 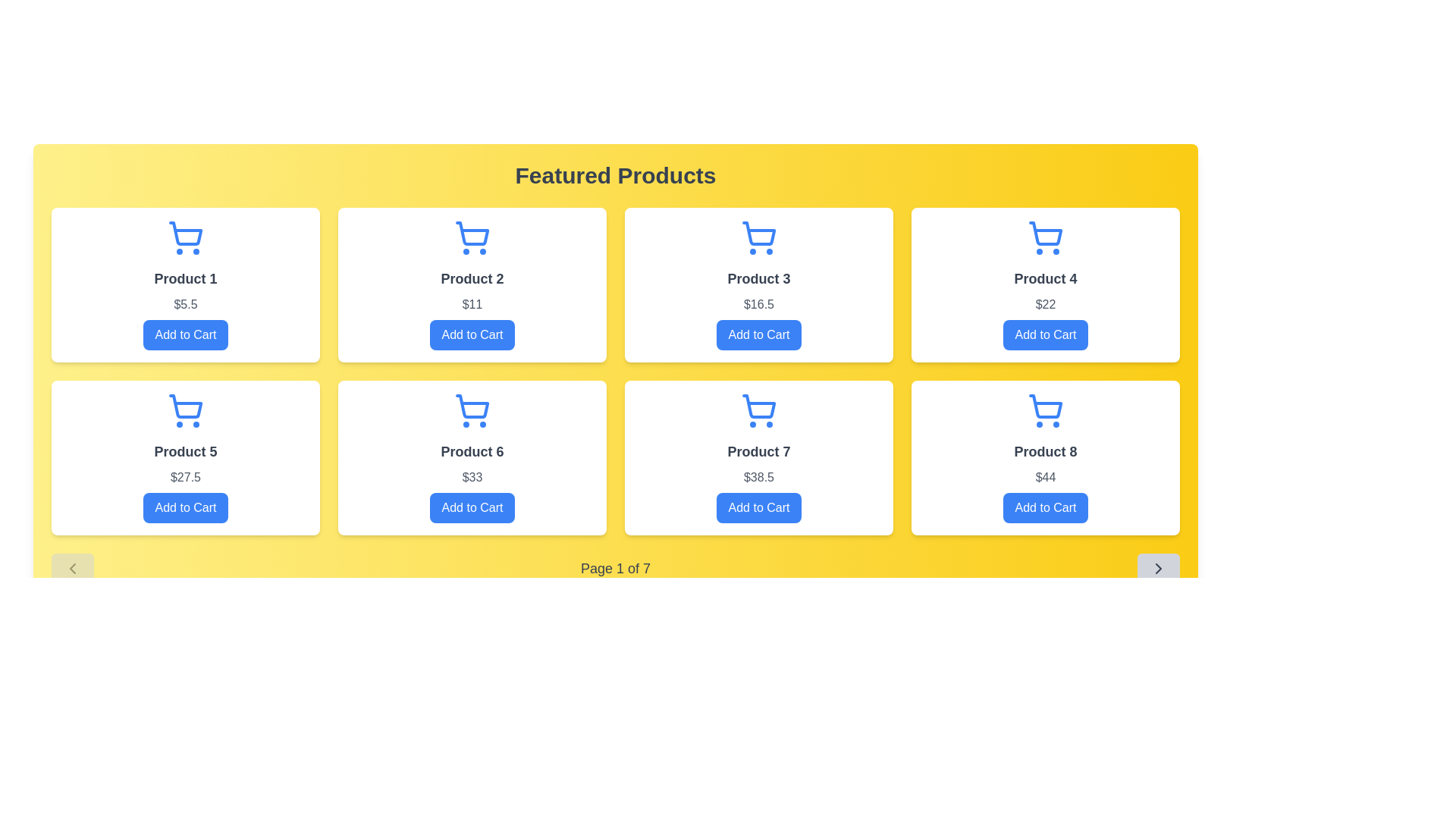 I want to click on the button that adds 'Product 5' priced at '$27.5' to the shopping cart, located in the first card of the second row, below the product price, so click(x=184, y=508).